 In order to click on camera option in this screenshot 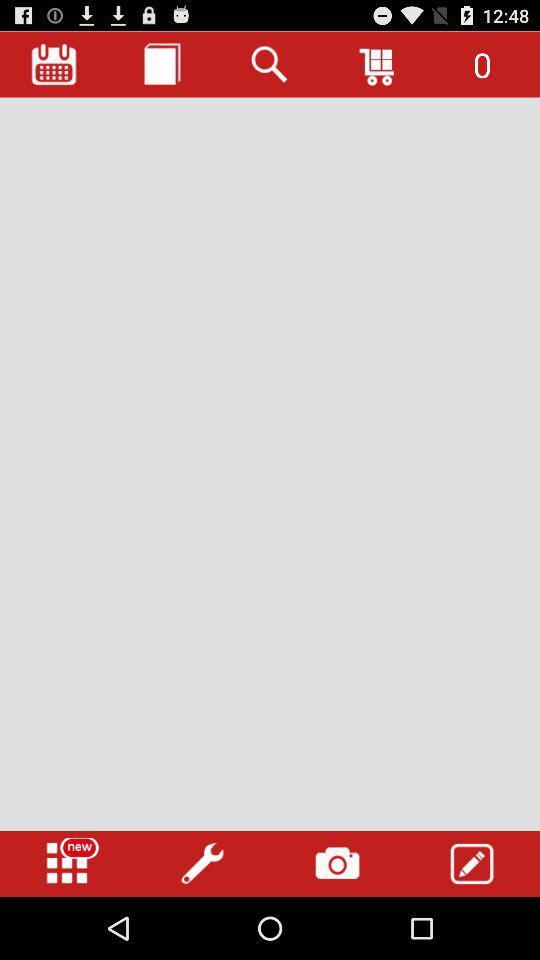, I will do `click(337, 863)`.